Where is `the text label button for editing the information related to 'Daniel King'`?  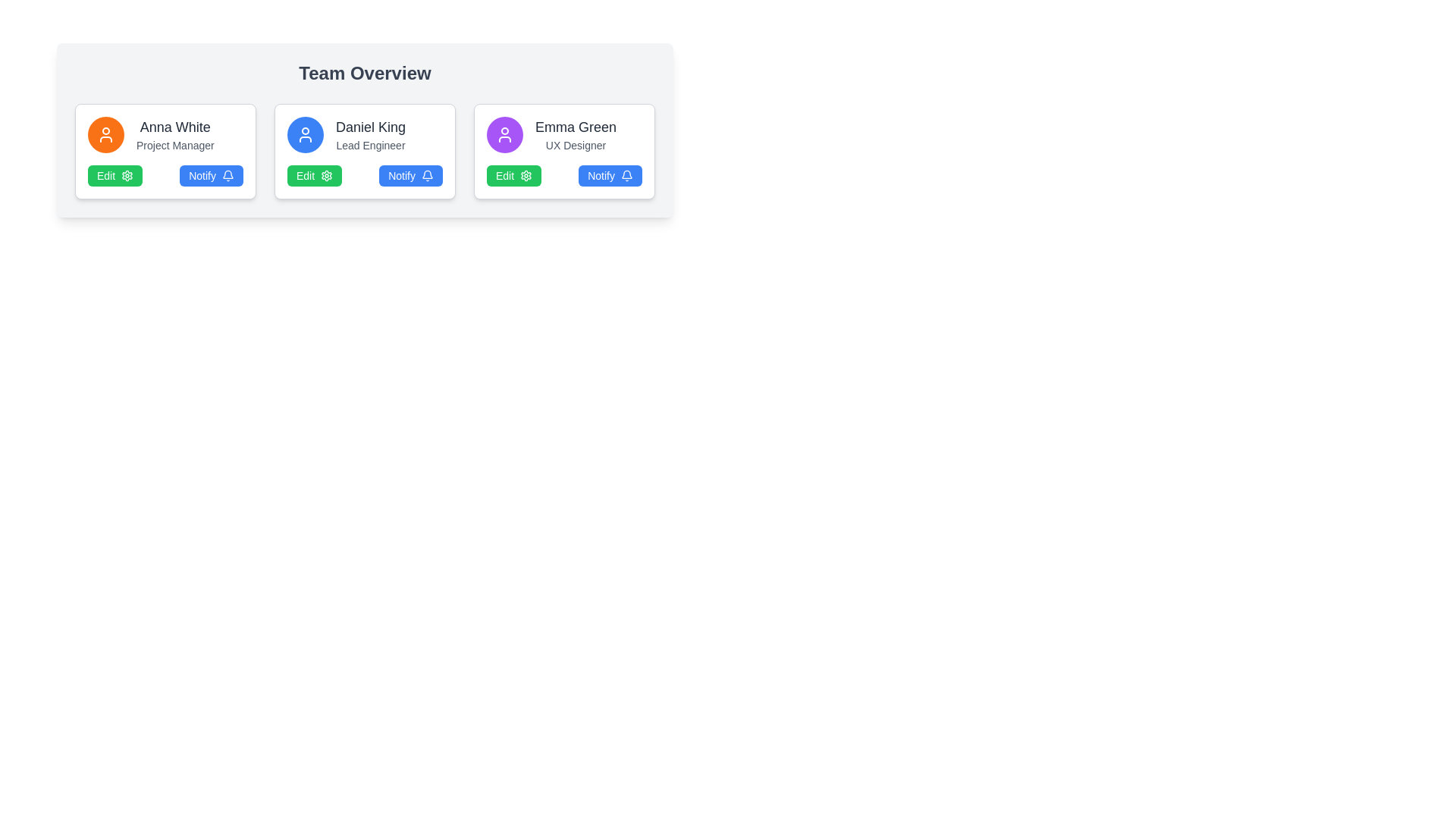
the text label button for editing the information related to 'Daniel King' is located at coordinates (305, 174).